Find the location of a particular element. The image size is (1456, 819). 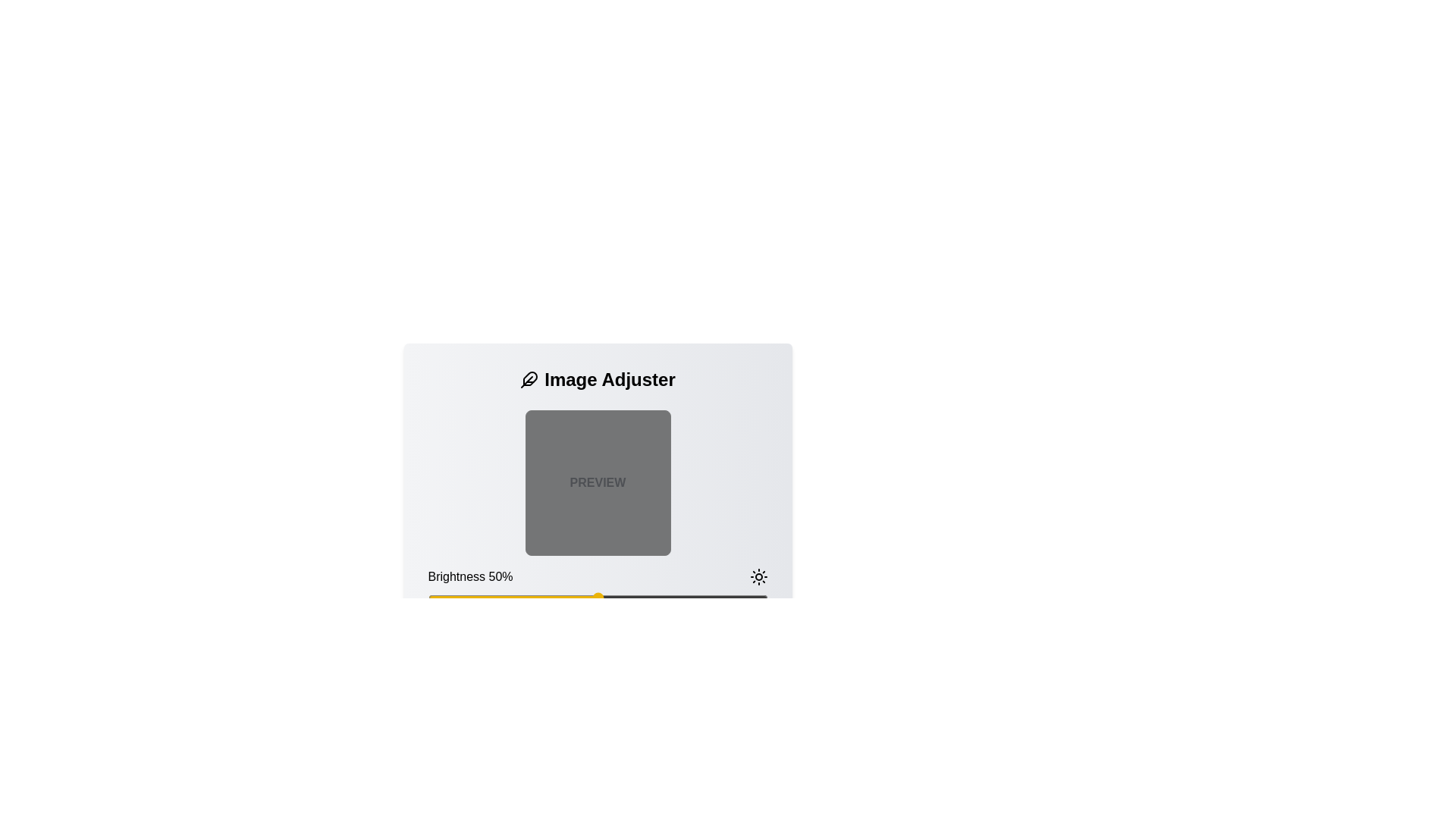

the brightness level is located at coordinates (614, 598).